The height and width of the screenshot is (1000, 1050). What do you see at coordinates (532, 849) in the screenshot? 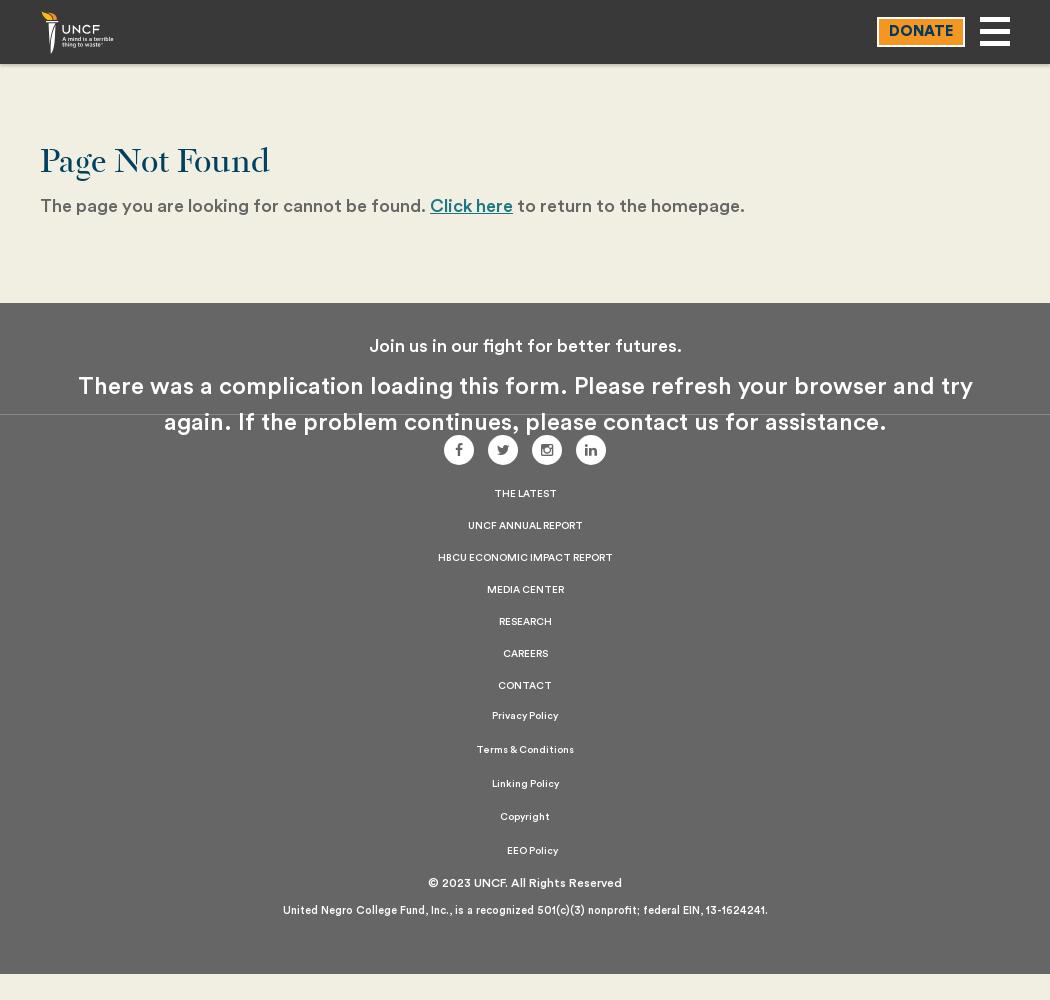
I see `'EEO Policy'` at bounding box center [532, 849].